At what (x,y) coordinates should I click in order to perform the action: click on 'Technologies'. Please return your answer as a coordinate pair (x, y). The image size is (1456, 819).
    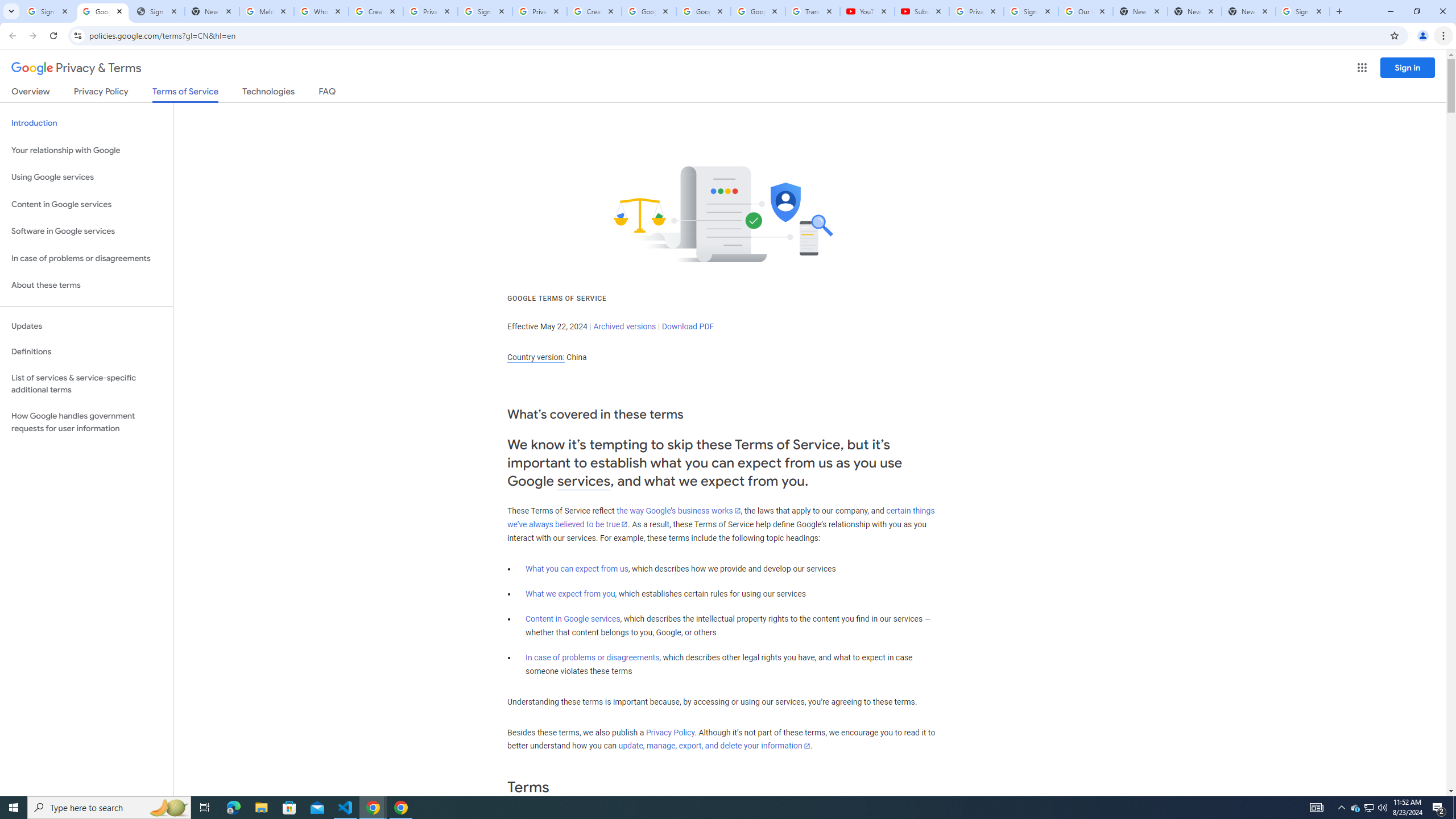
    Looking at the image, I should click on (268, 93).